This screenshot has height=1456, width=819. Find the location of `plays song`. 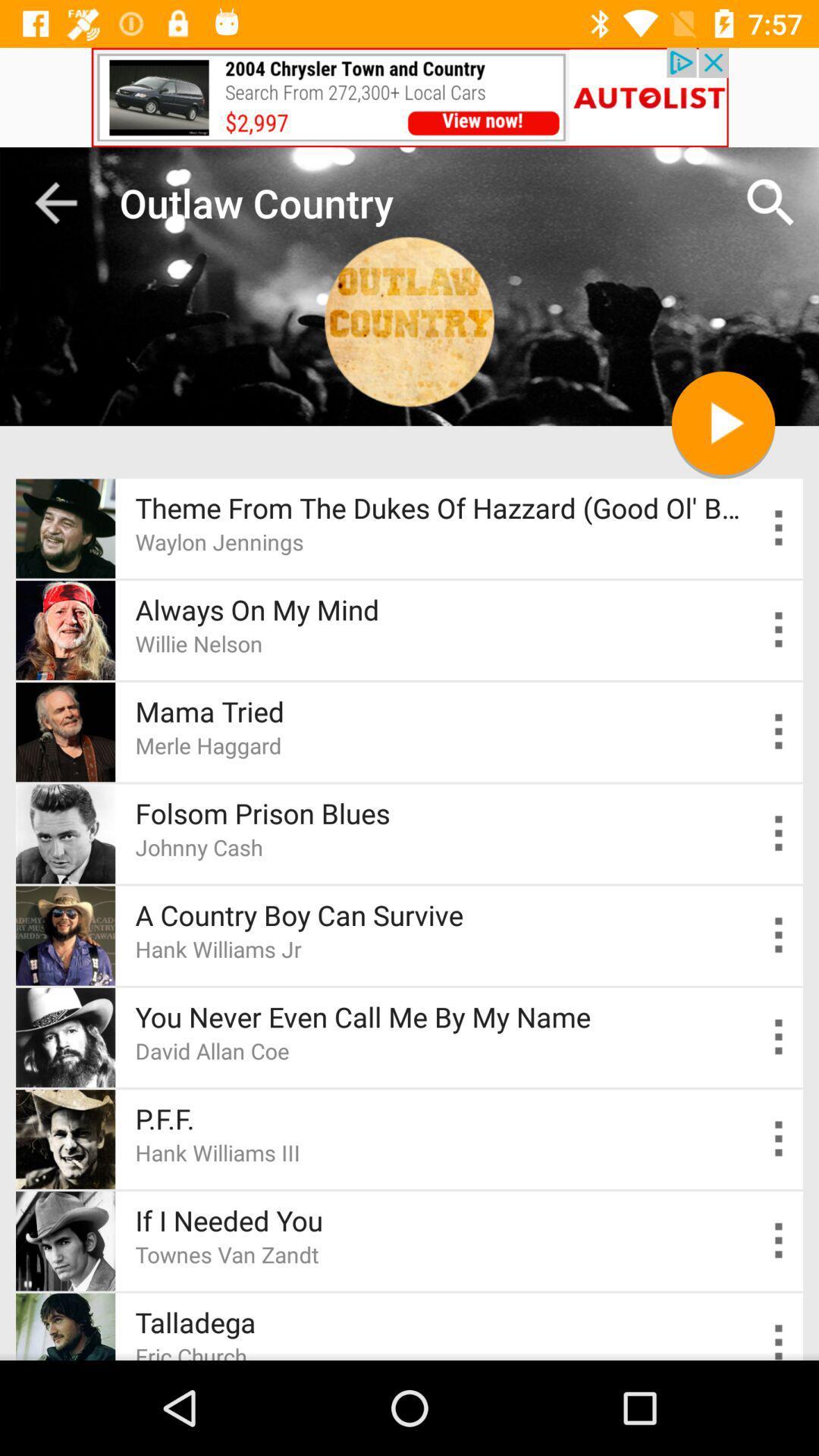

plays song is located at coordinates (722, 422).